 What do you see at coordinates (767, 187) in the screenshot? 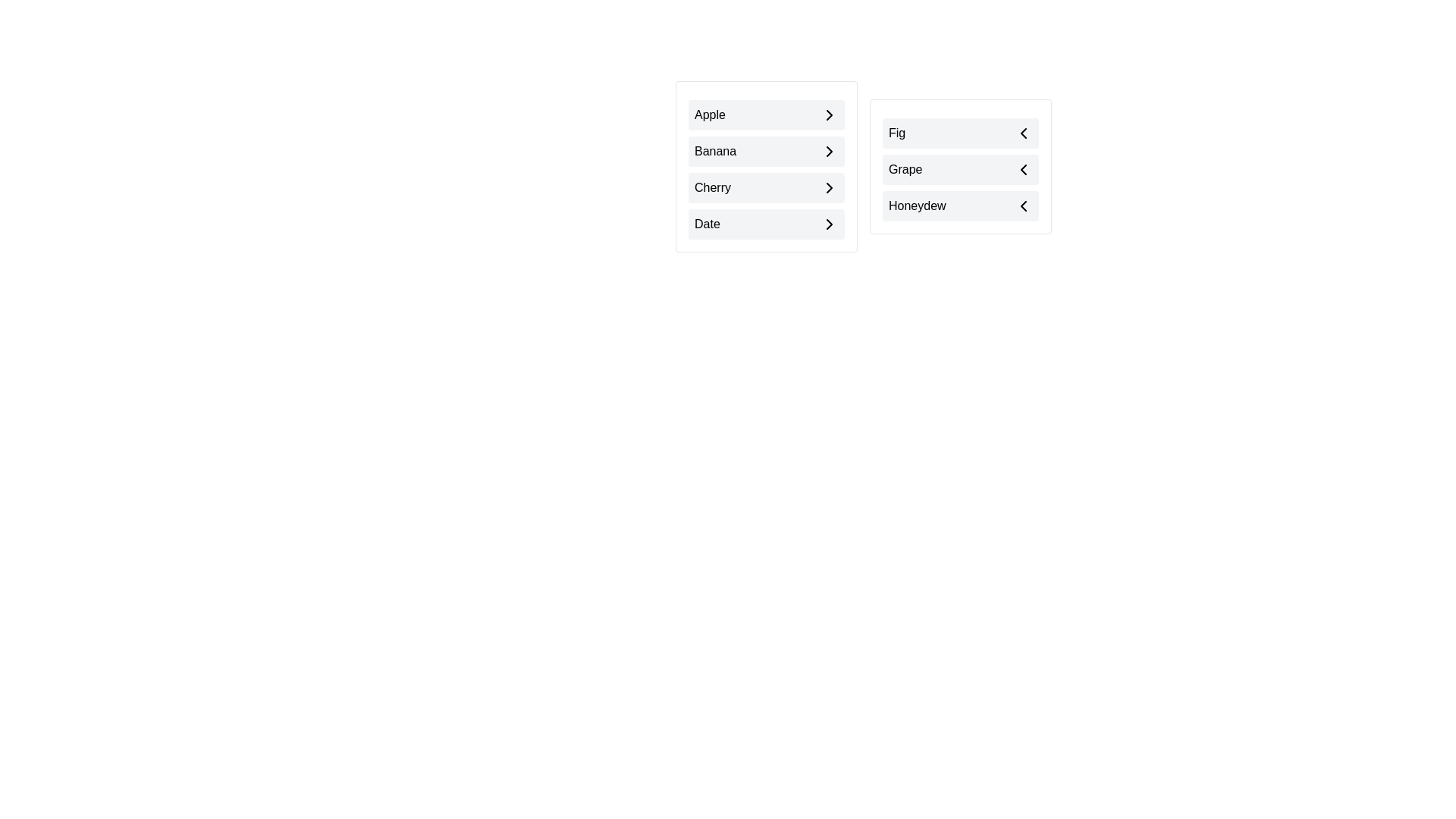
I see `the item Cherry in the list` at bounding box center [767, 187].